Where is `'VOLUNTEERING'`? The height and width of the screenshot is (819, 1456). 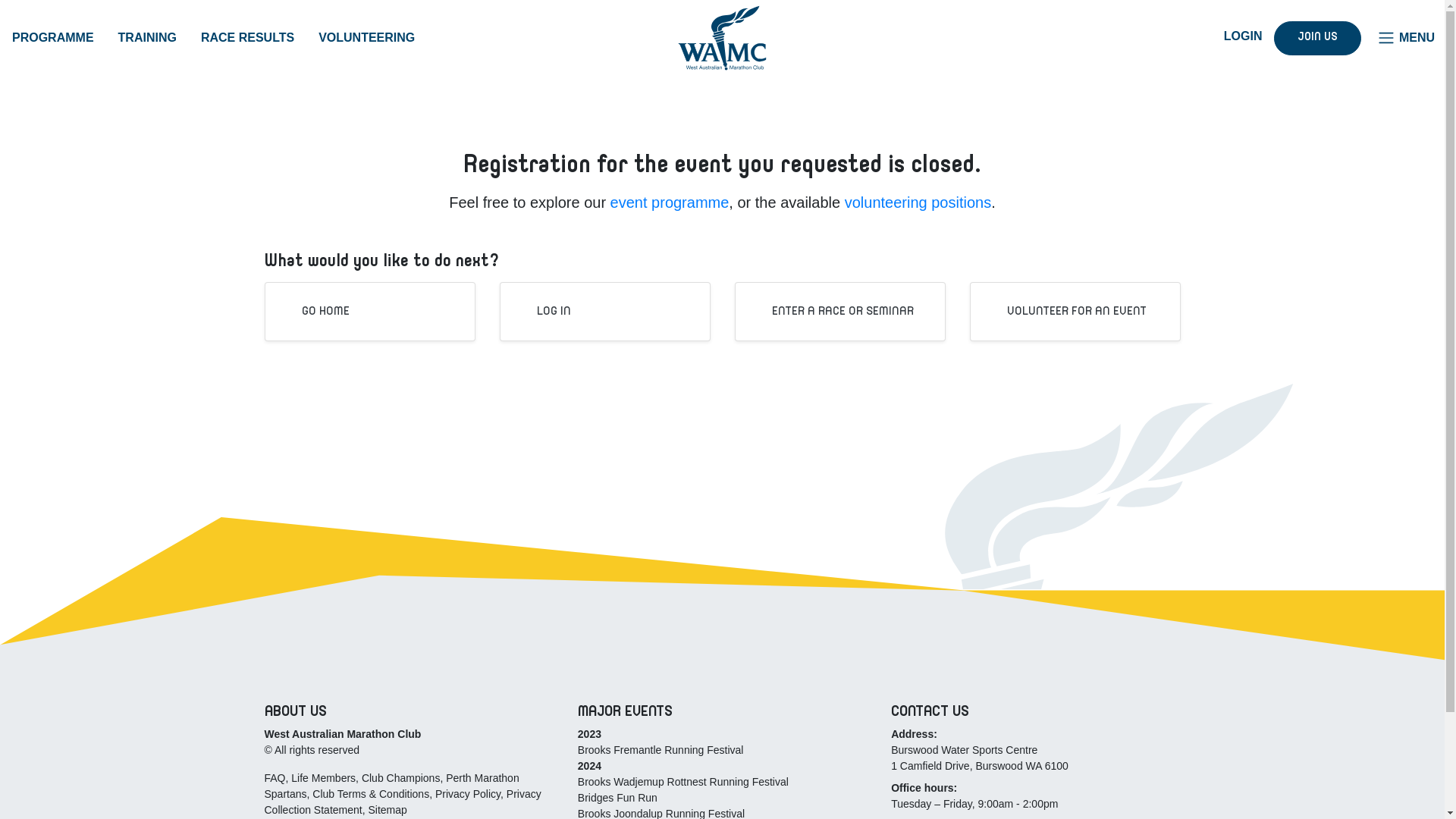 'VOLUNTEERING' is located at coordinates (366, 37).